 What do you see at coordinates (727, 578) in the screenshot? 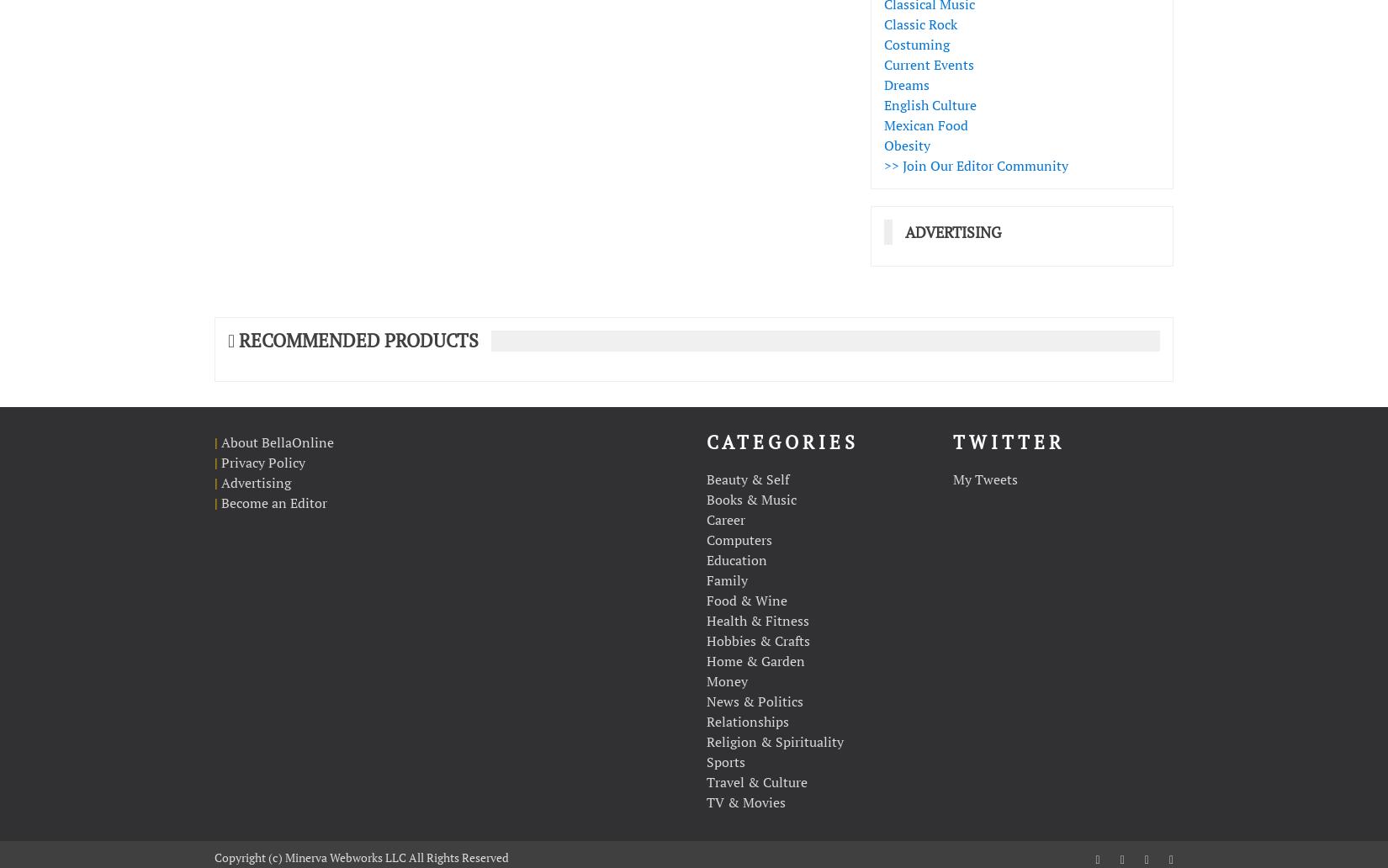
I see `'Family'` at bounding box center [727, 578].